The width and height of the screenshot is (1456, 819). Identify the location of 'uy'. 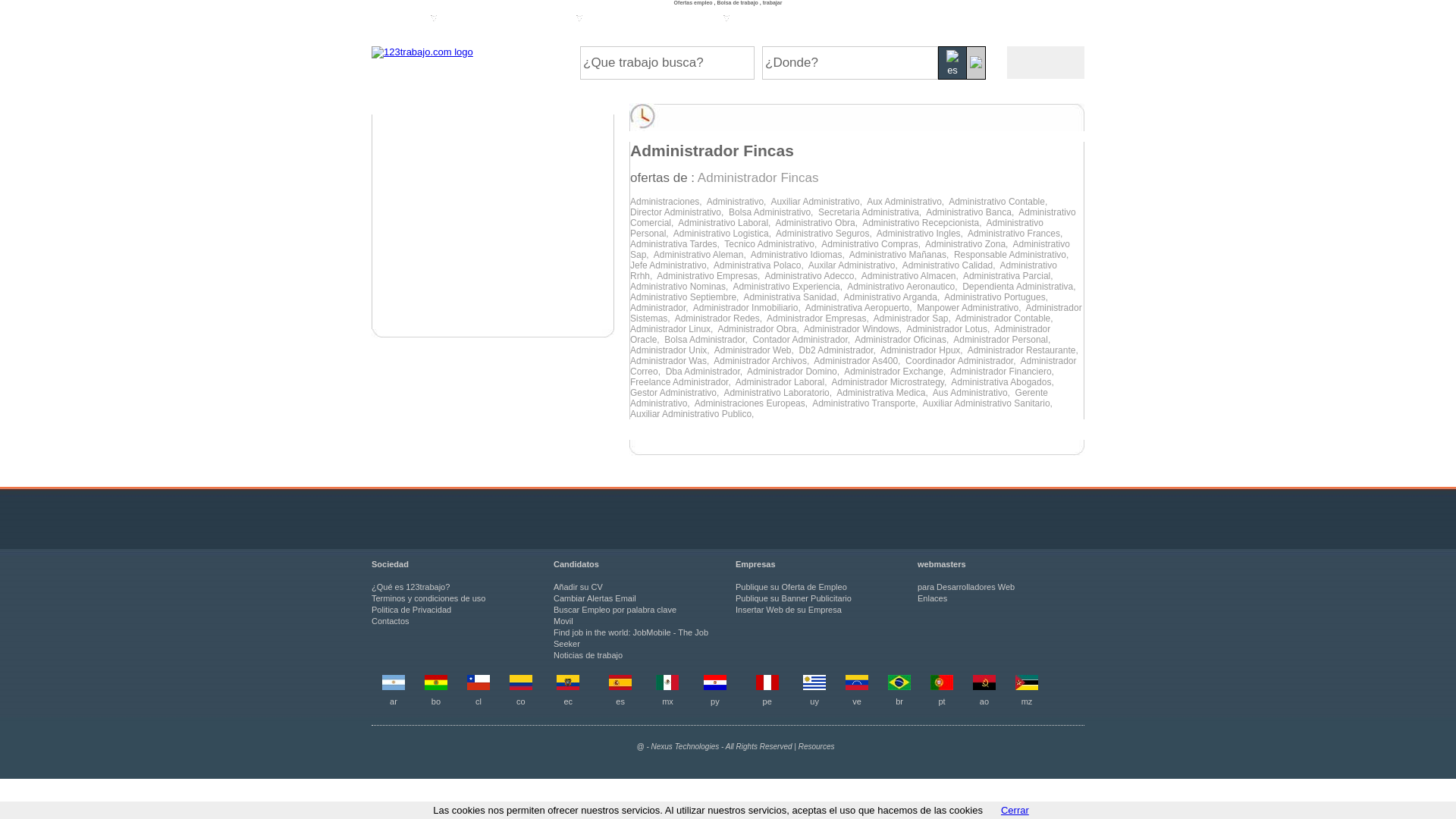
(814, 701).